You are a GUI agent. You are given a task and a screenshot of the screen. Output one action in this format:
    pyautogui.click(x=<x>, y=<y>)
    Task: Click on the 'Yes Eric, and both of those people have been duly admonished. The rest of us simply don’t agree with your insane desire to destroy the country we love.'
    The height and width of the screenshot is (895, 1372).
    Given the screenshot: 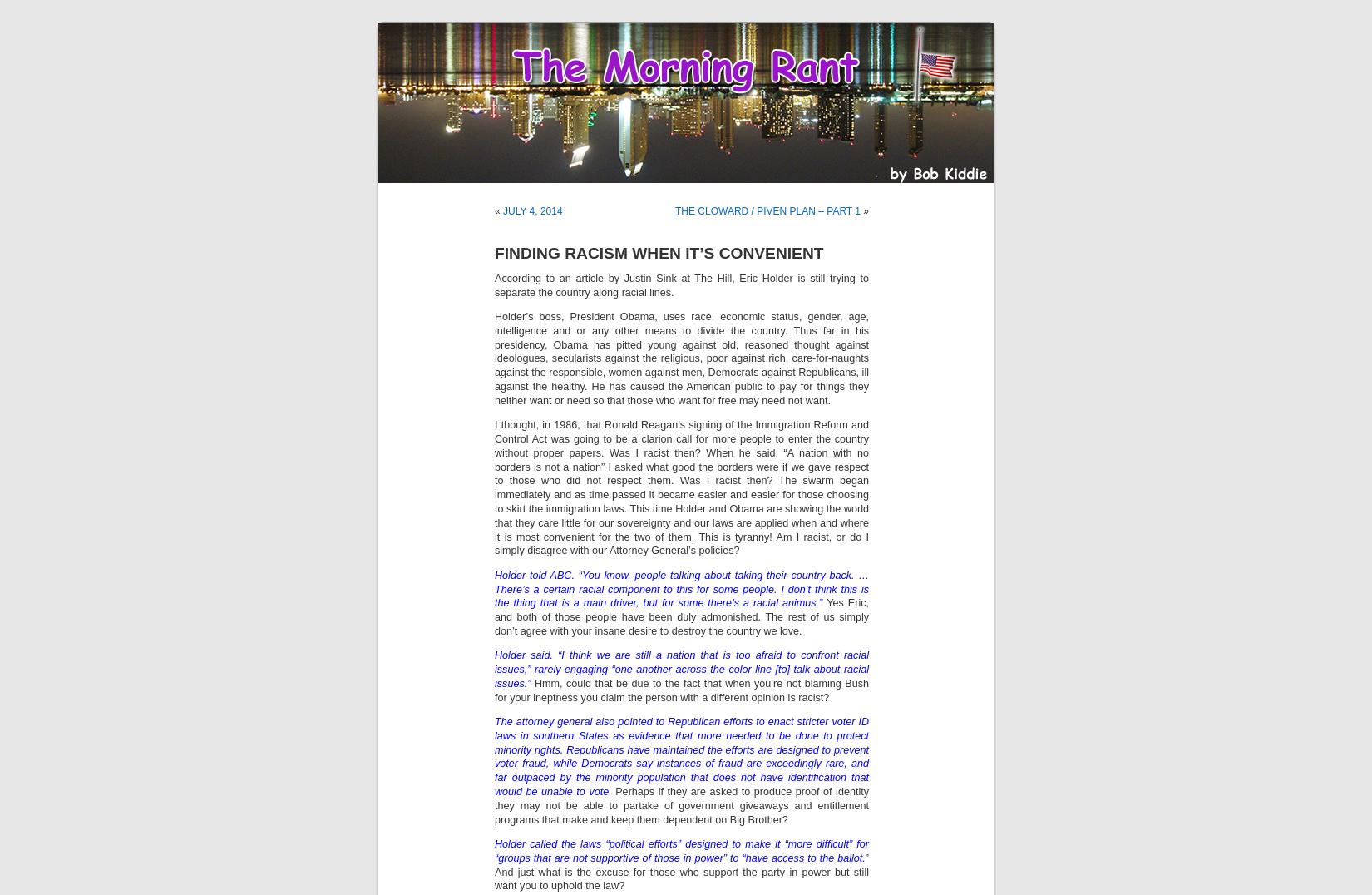 What is the action you would take?
    pyautogui.click(x=493, y=616)
    